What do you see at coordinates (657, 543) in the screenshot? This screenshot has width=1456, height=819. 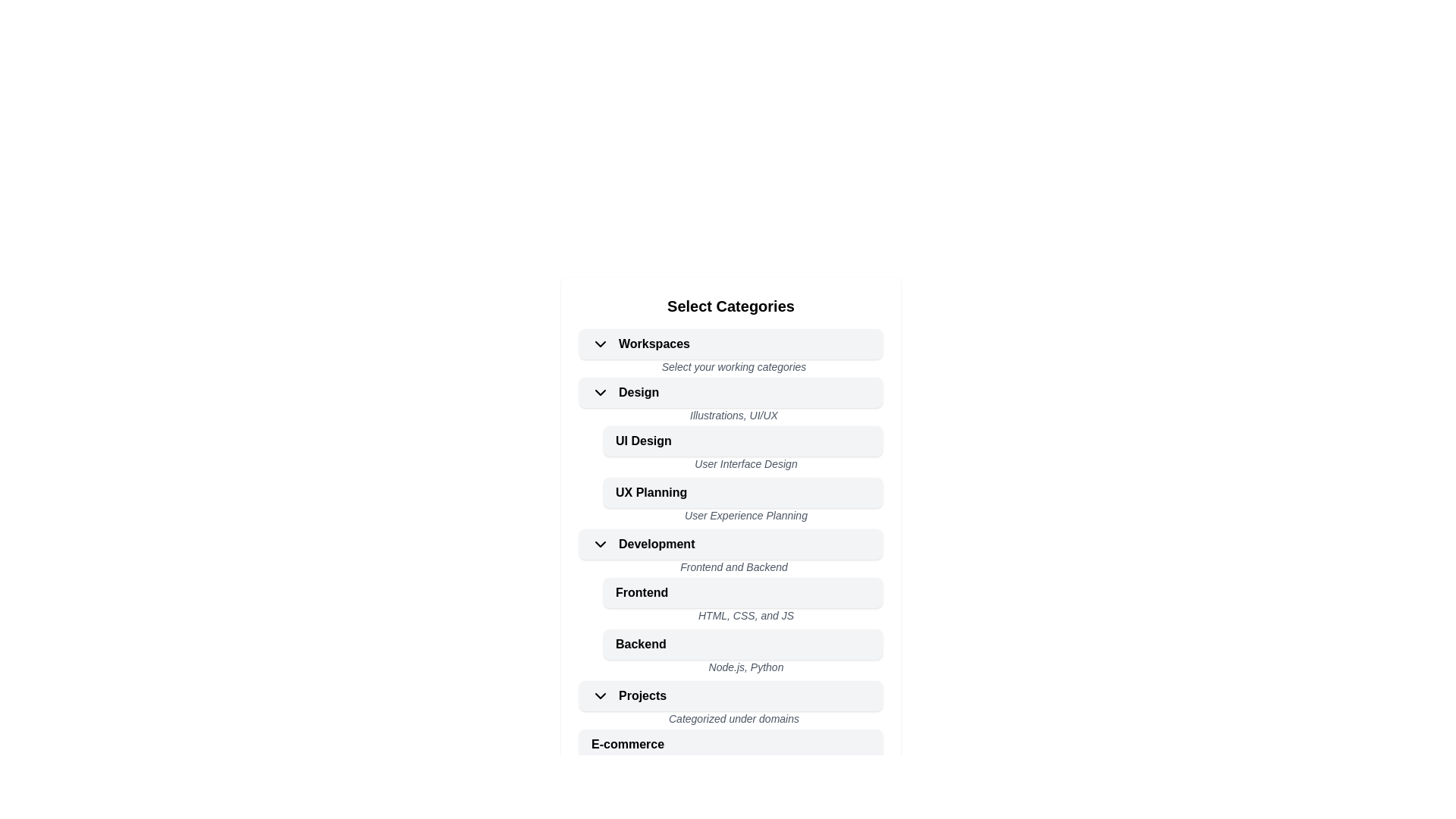 I see `the 'Development' text label which indicates the content related to development topics, located in the 'Design' section between 'UX Planning' and 'Frontend'` at bounding box center [657, 543].